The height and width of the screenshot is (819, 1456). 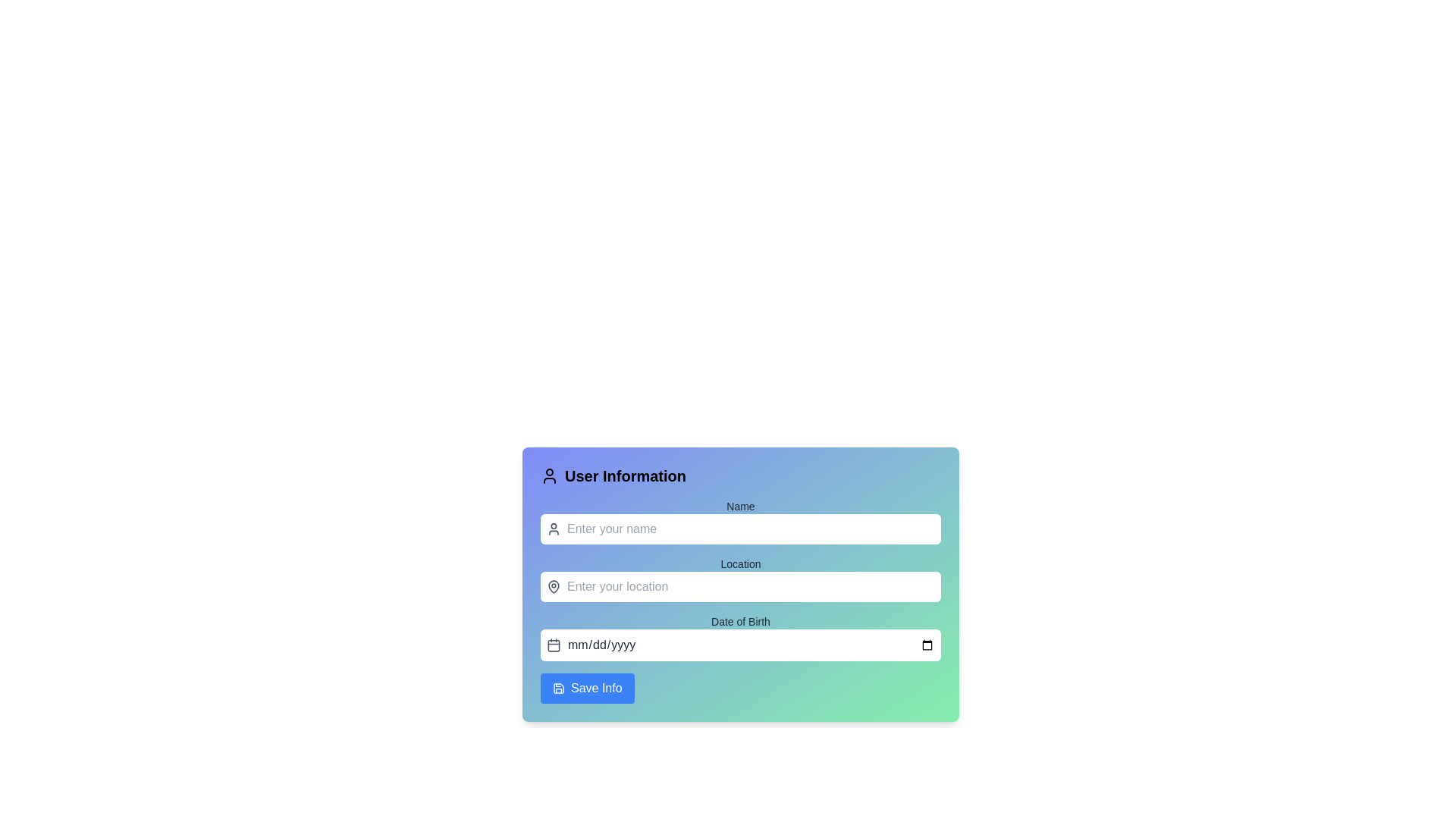 What do you see at coordinates (553, 586) in the screenshot?
I see `the lower part of the map pin icon located inside the 'Location' input field in the 'User Information' form to note its location representation` at bounding box center [553, 586].